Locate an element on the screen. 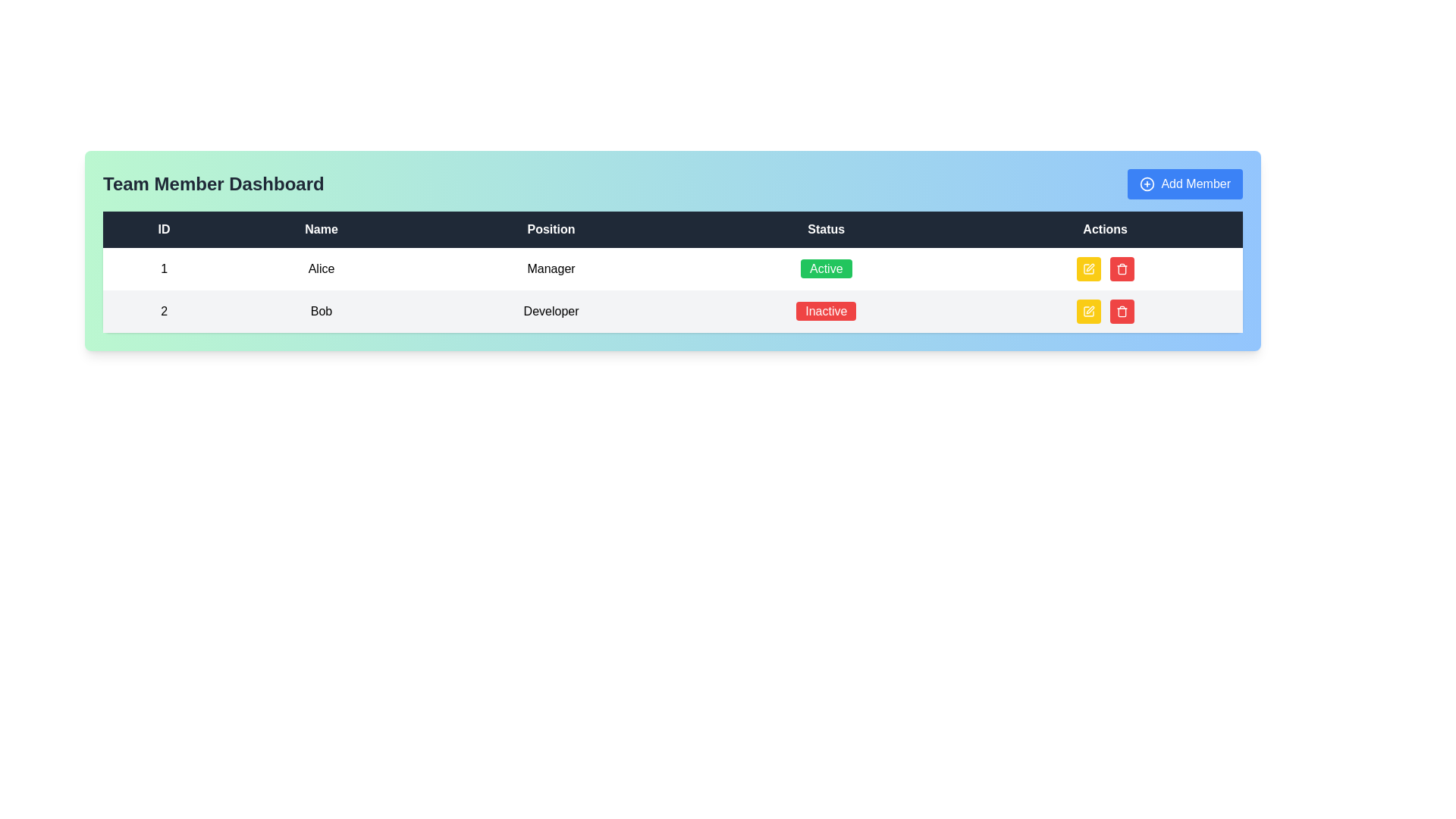 The height and width of the screenshot is (819, 1456). the static text displaying the unique identifier for the team member 'Alice' in the first data row of the table, located in the 'ID' column to the left of 'Alice' is located at coordinates (164, 268).